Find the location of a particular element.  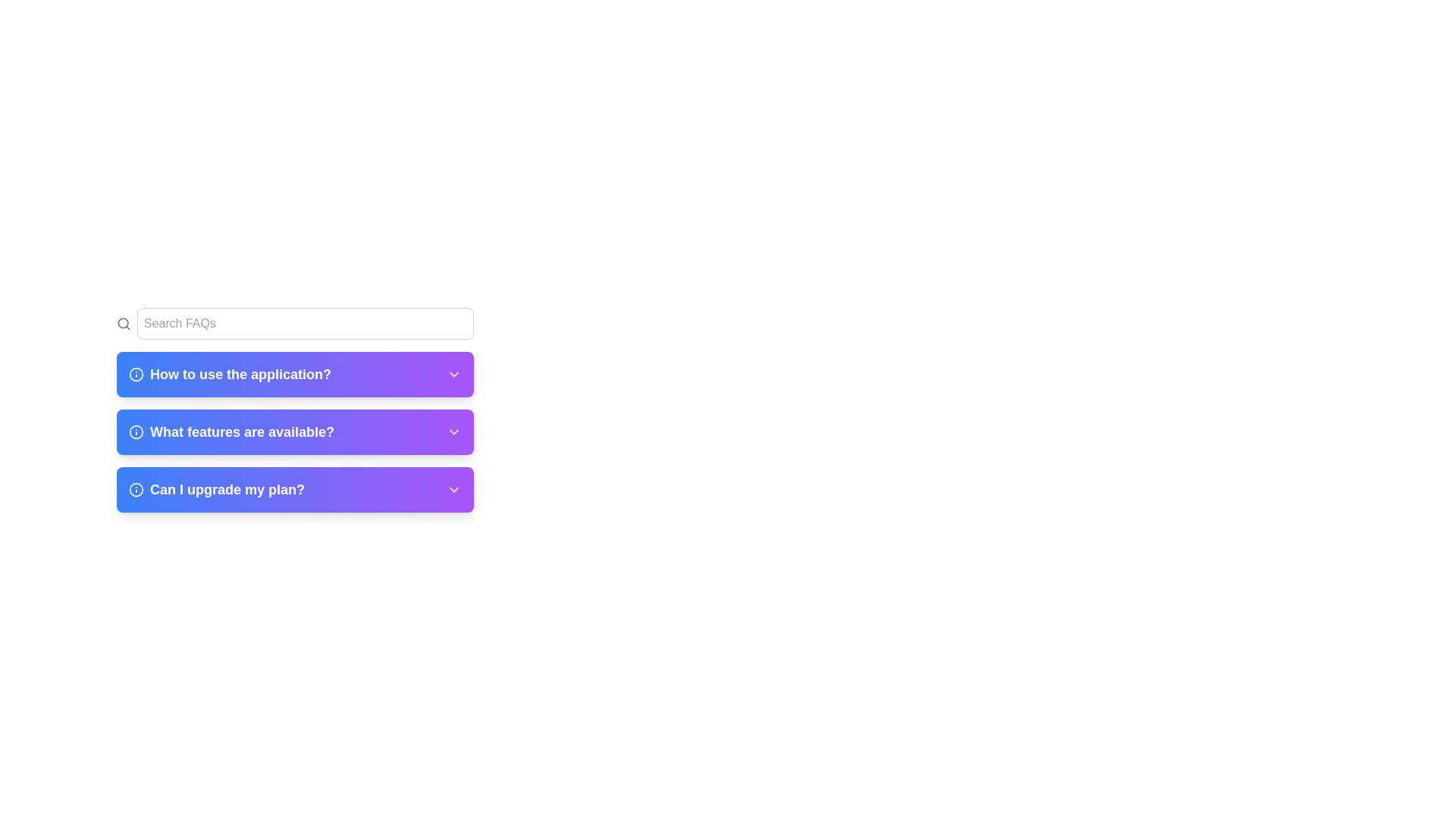

the collapsible header for the first FAQ item is located at coordinates (240, 374).